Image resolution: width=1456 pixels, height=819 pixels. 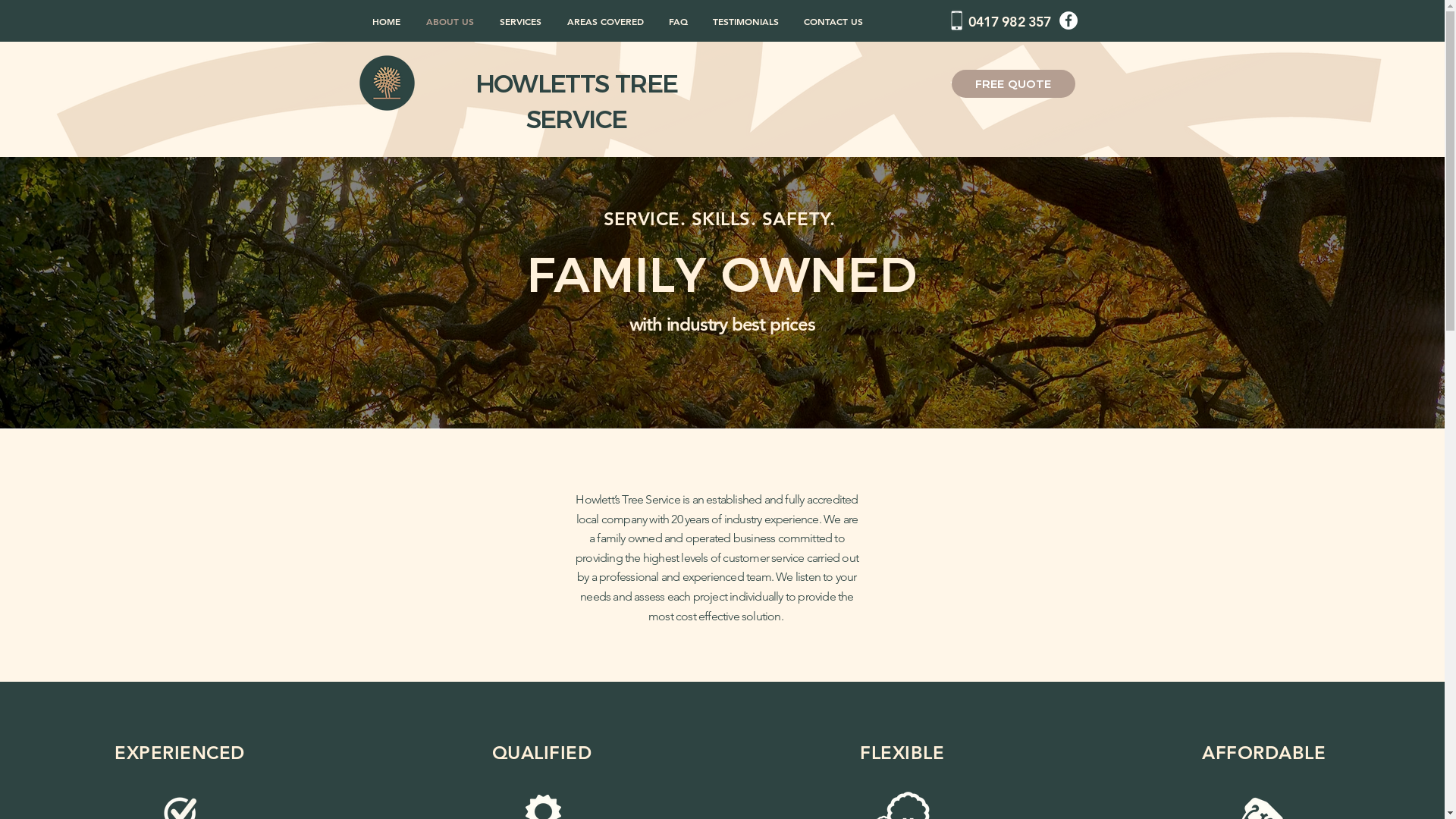 I want to click on 'HOME', so click(x=359, y=21).